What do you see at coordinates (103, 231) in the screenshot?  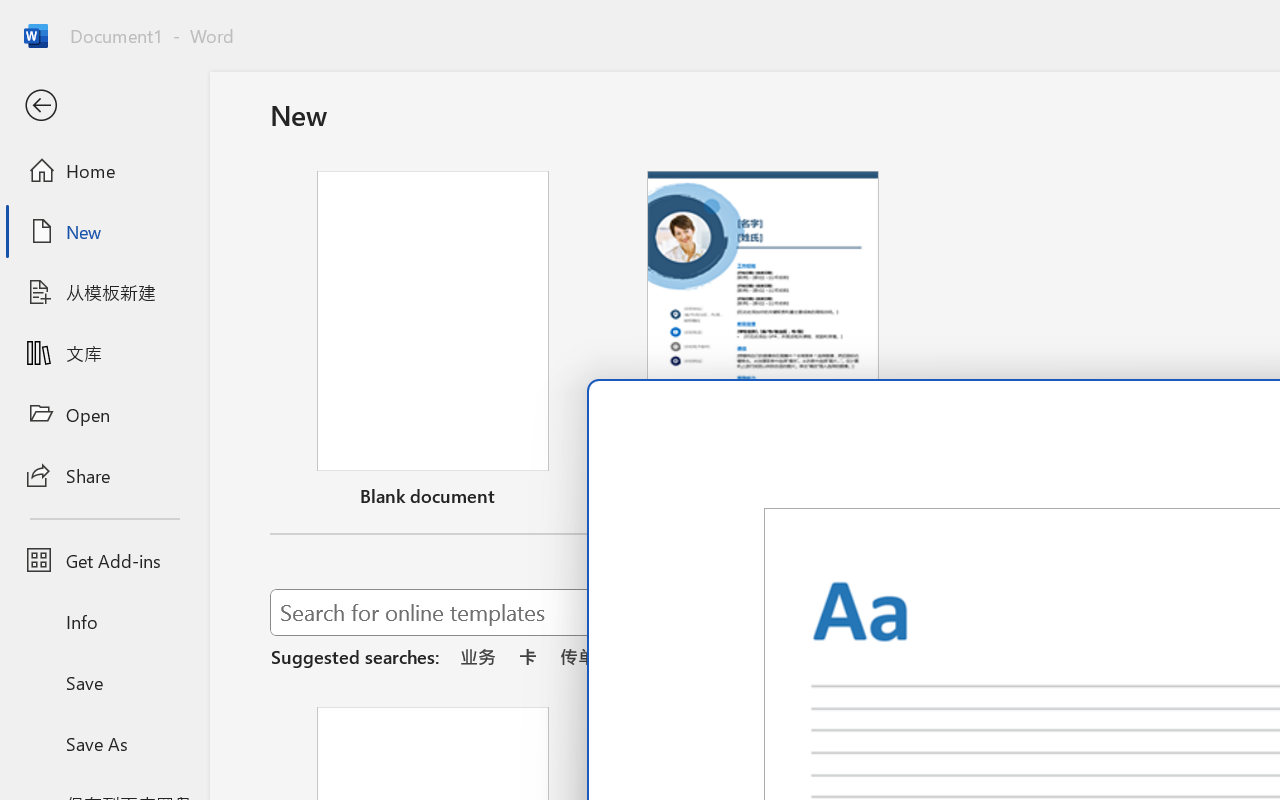 I see `'New'` at bounding box center [103, 231].